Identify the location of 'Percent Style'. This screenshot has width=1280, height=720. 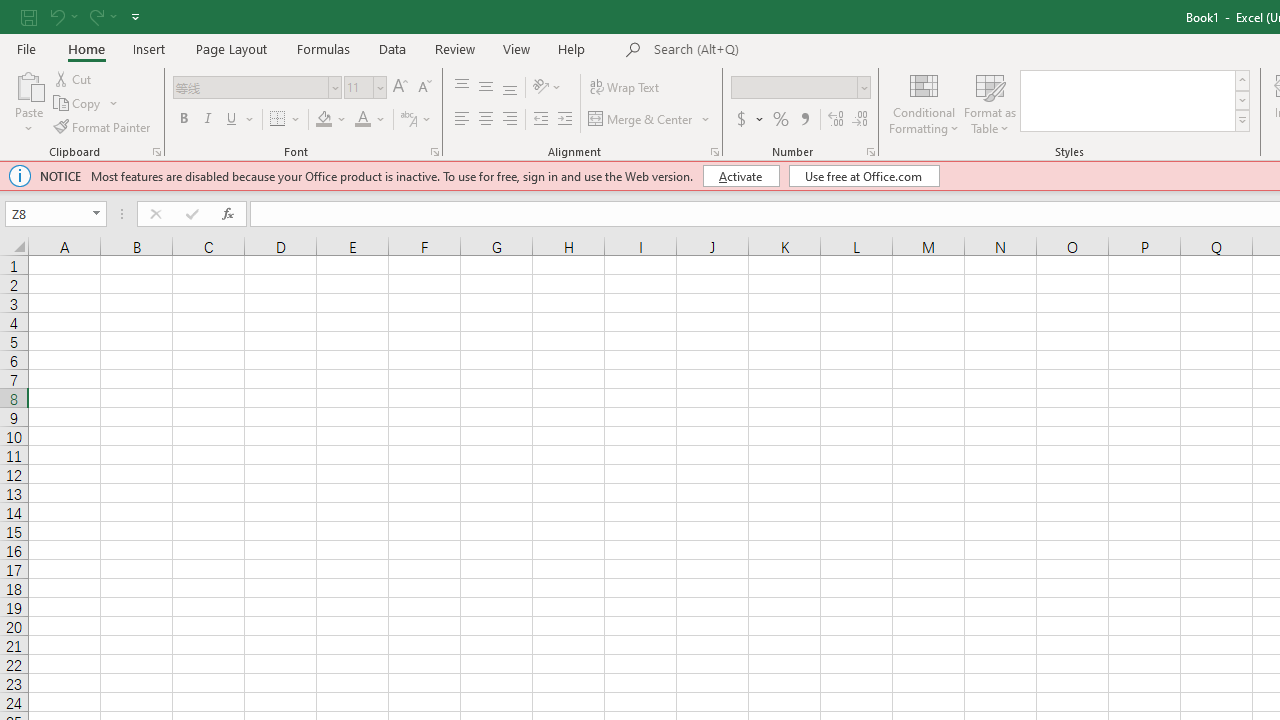
(780, 119).